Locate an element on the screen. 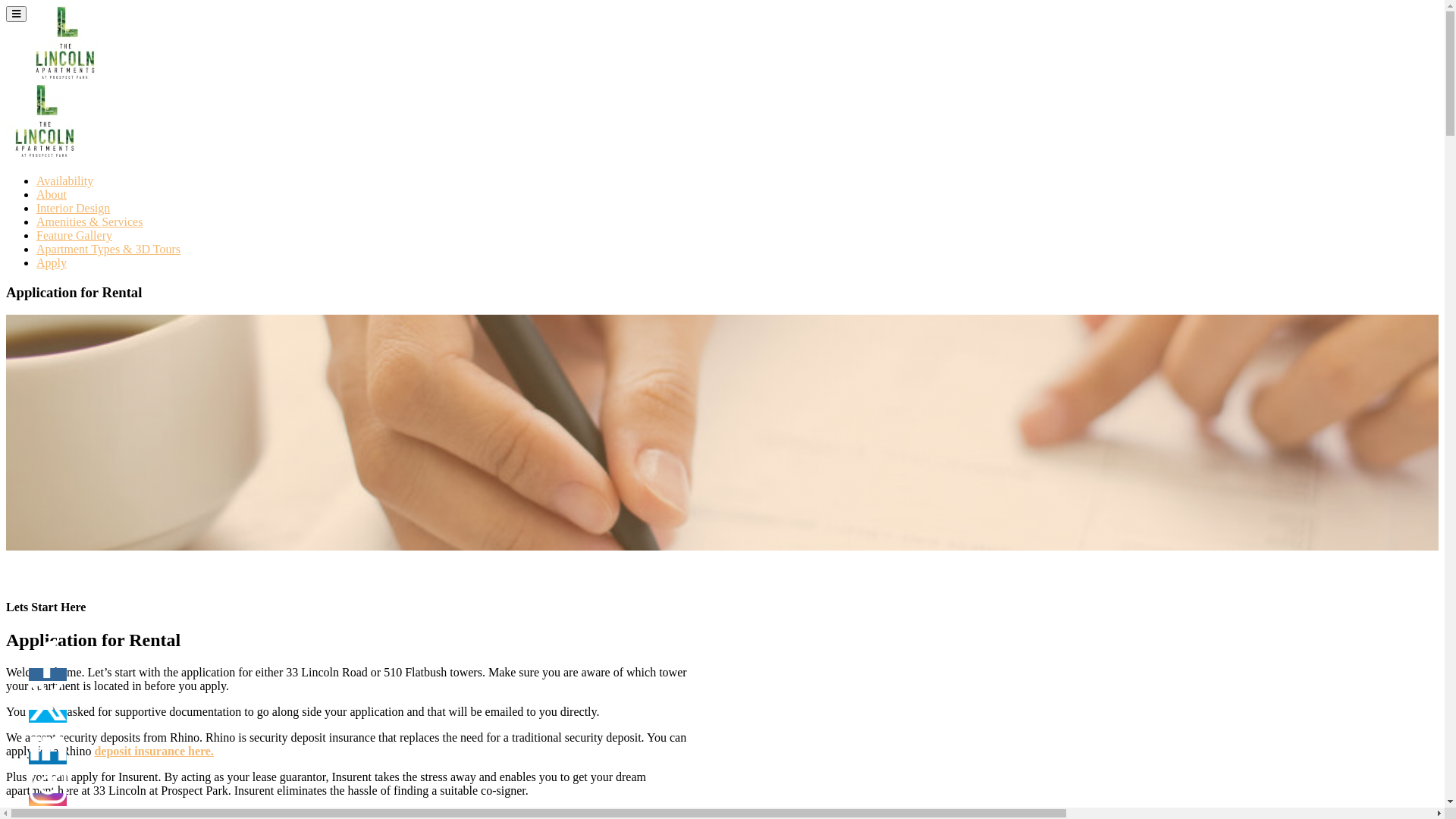 The width and height of the screenshot is (1456, 819). 'Feature Gallery' is located at coordinates (36, 235).